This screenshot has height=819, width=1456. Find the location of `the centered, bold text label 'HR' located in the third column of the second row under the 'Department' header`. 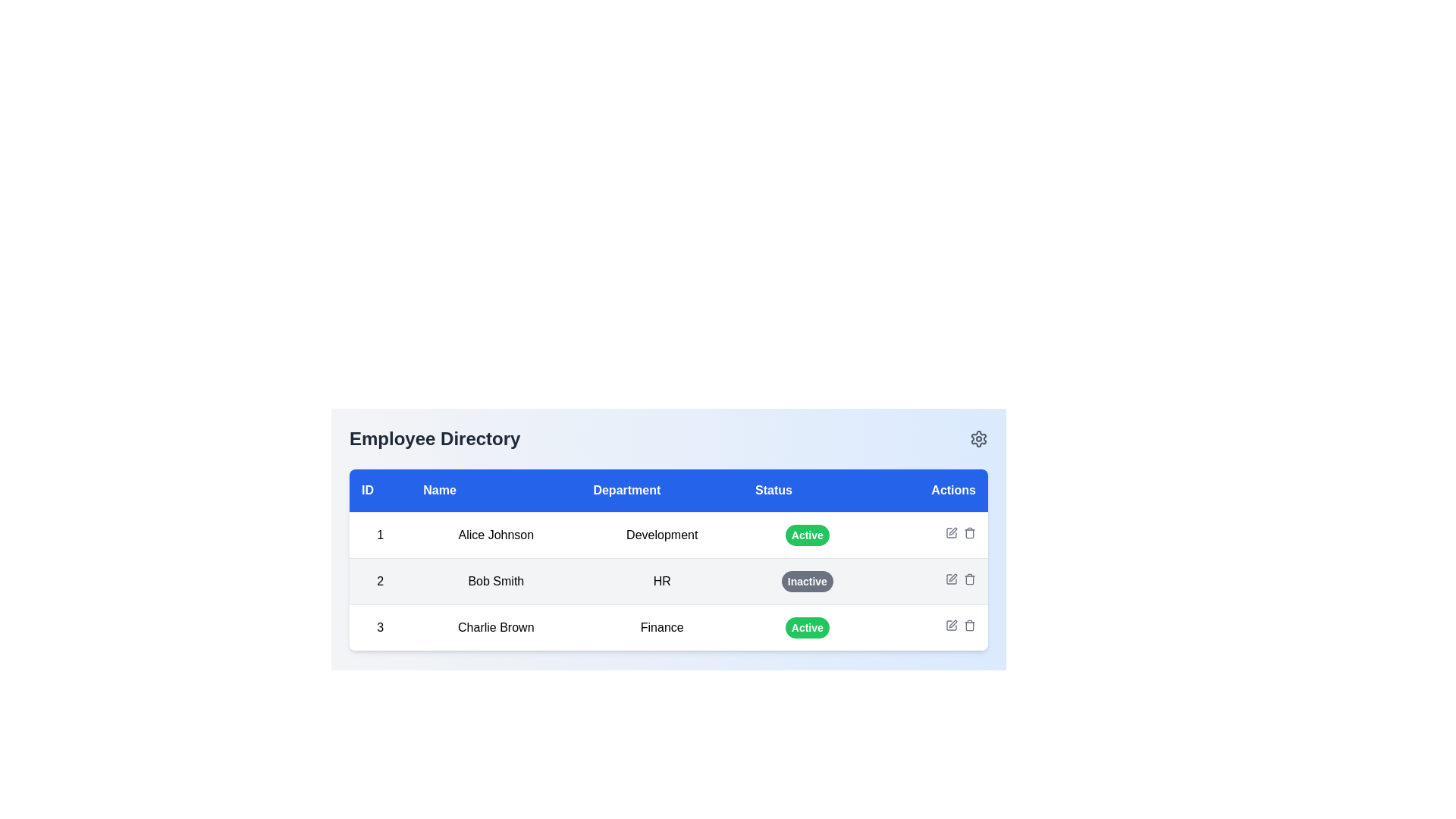

the centered, bold text label 'HR' located in the third column of the second row under the 'Department' header is located at coordinates (662, 581).